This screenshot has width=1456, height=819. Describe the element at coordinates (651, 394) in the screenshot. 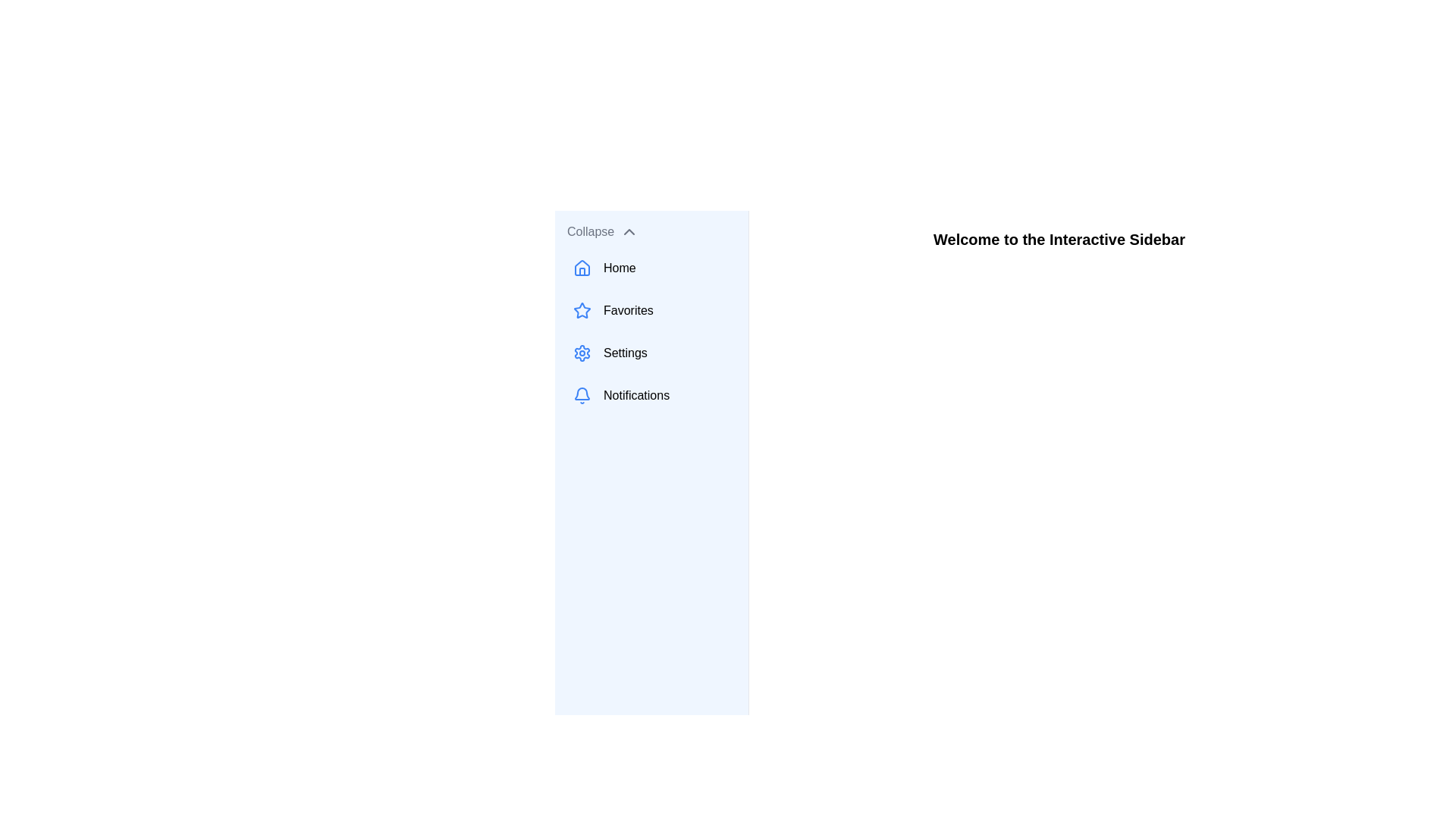

I see `the 'Notifications' navigation link, which is styled with a bell icon and black text, located in the sidebar below 'Settings'` at that location.